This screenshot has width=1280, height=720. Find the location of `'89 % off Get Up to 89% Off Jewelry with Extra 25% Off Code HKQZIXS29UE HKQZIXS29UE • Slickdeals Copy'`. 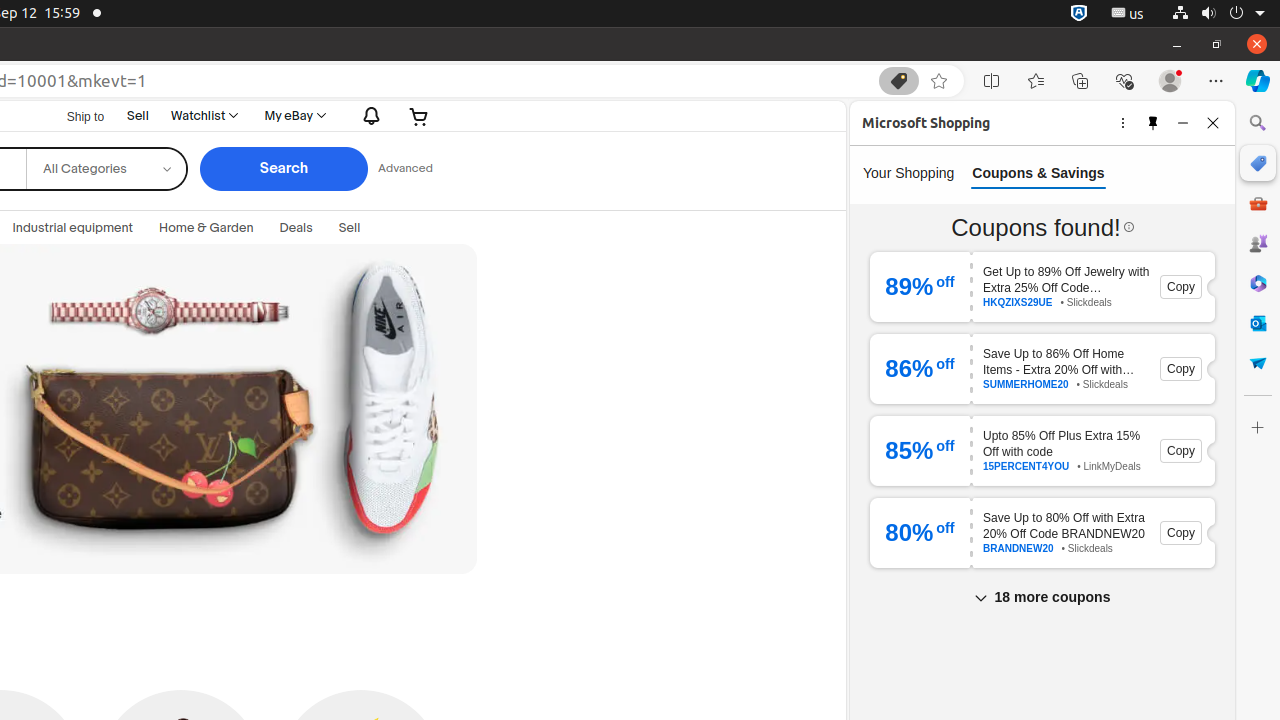

'89 % off Get Up to 89% Off Jewelry with Extra 25% Off Code HKQZIXS29UE HKQZIXS29UE • Slickdeals Copy' is located at coordinates (1041, 286).